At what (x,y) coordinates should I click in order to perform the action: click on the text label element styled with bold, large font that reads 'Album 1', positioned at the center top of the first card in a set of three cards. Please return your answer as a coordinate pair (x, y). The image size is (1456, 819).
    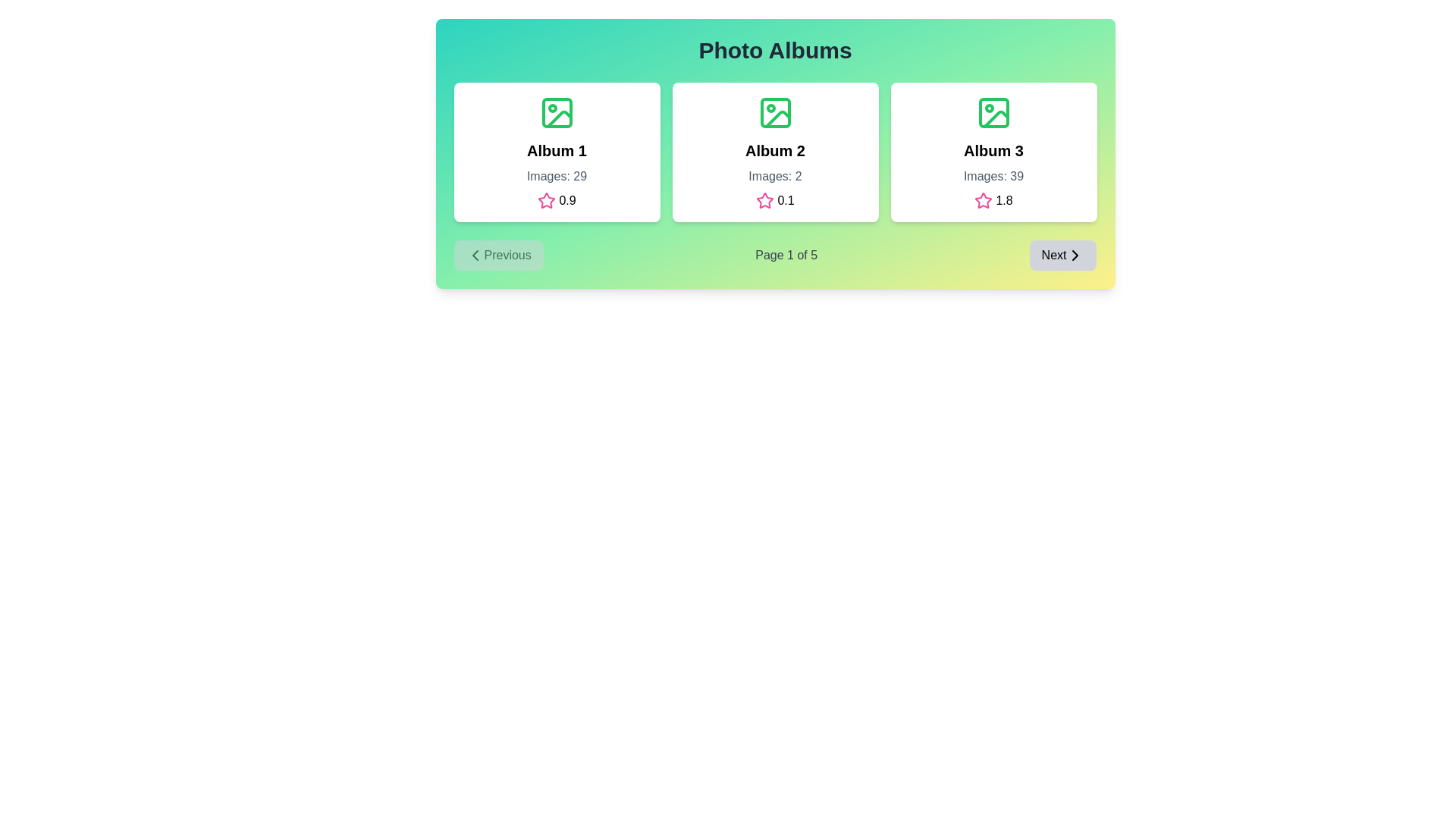
    Looking at the image, I should click on (556, 151).